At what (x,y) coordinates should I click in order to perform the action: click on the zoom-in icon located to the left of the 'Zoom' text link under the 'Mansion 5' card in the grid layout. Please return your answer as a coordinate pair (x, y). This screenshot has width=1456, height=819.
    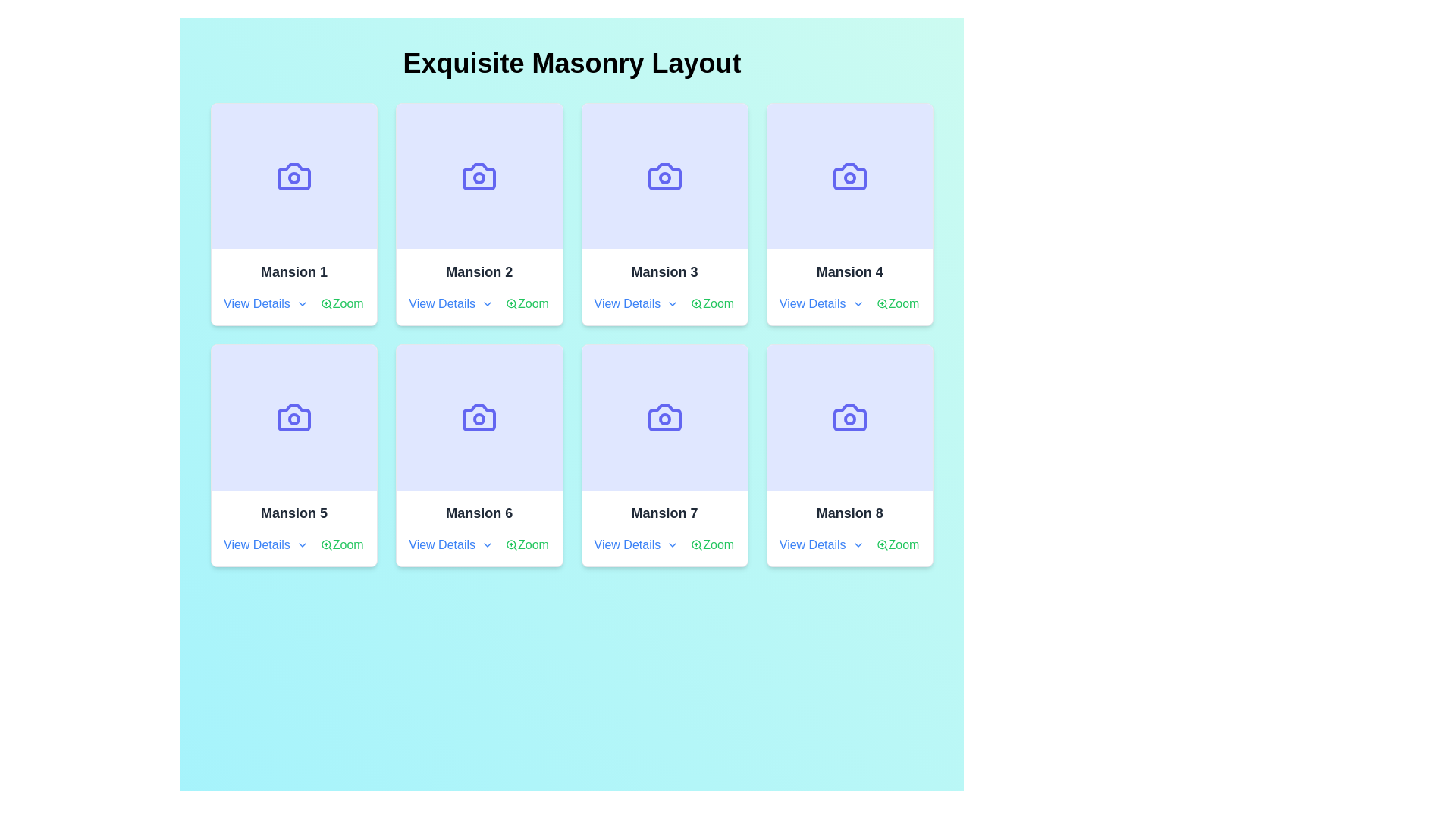
    Looking at the image, I should click on (325, 544).